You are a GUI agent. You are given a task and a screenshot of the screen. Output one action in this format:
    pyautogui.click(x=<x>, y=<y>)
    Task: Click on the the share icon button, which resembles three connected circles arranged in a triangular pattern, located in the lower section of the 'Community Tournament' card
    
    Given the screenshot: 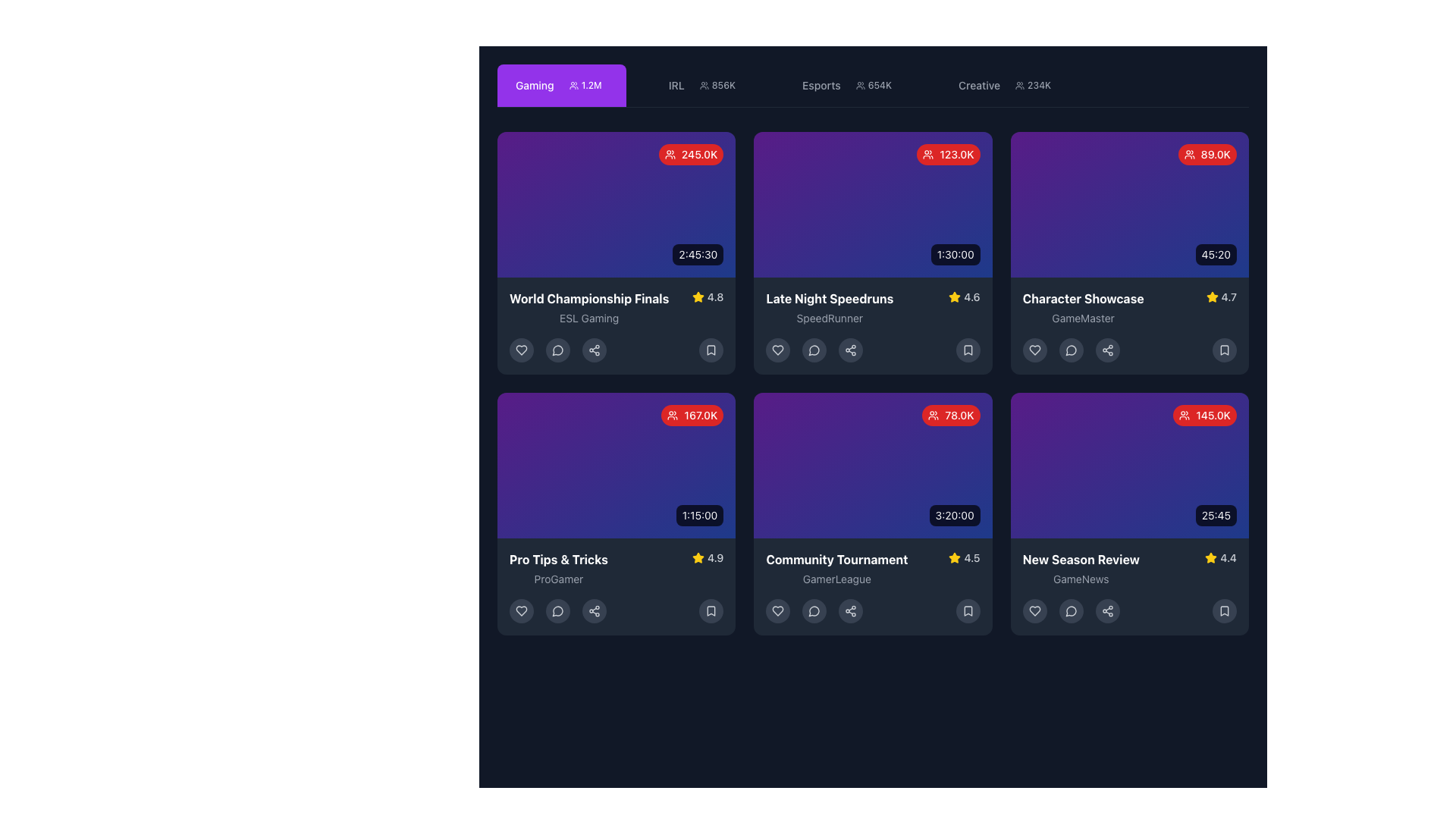 What is the action you would take?
    pyautogui.click(x=851, y=610)
    